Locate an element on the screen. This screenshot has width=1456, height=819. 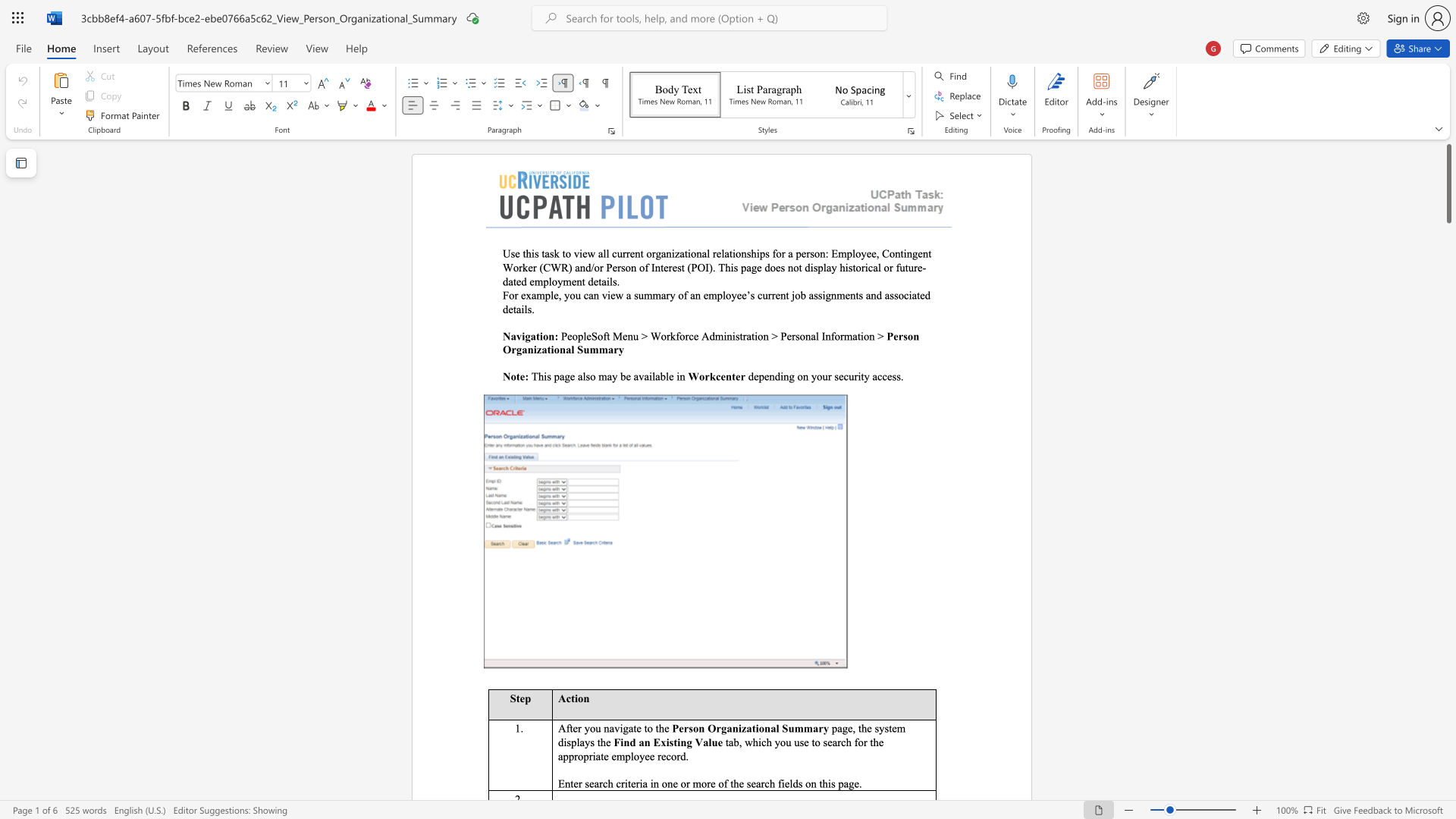
the 1th character "u" in the text is located at coordinates (597, 727).